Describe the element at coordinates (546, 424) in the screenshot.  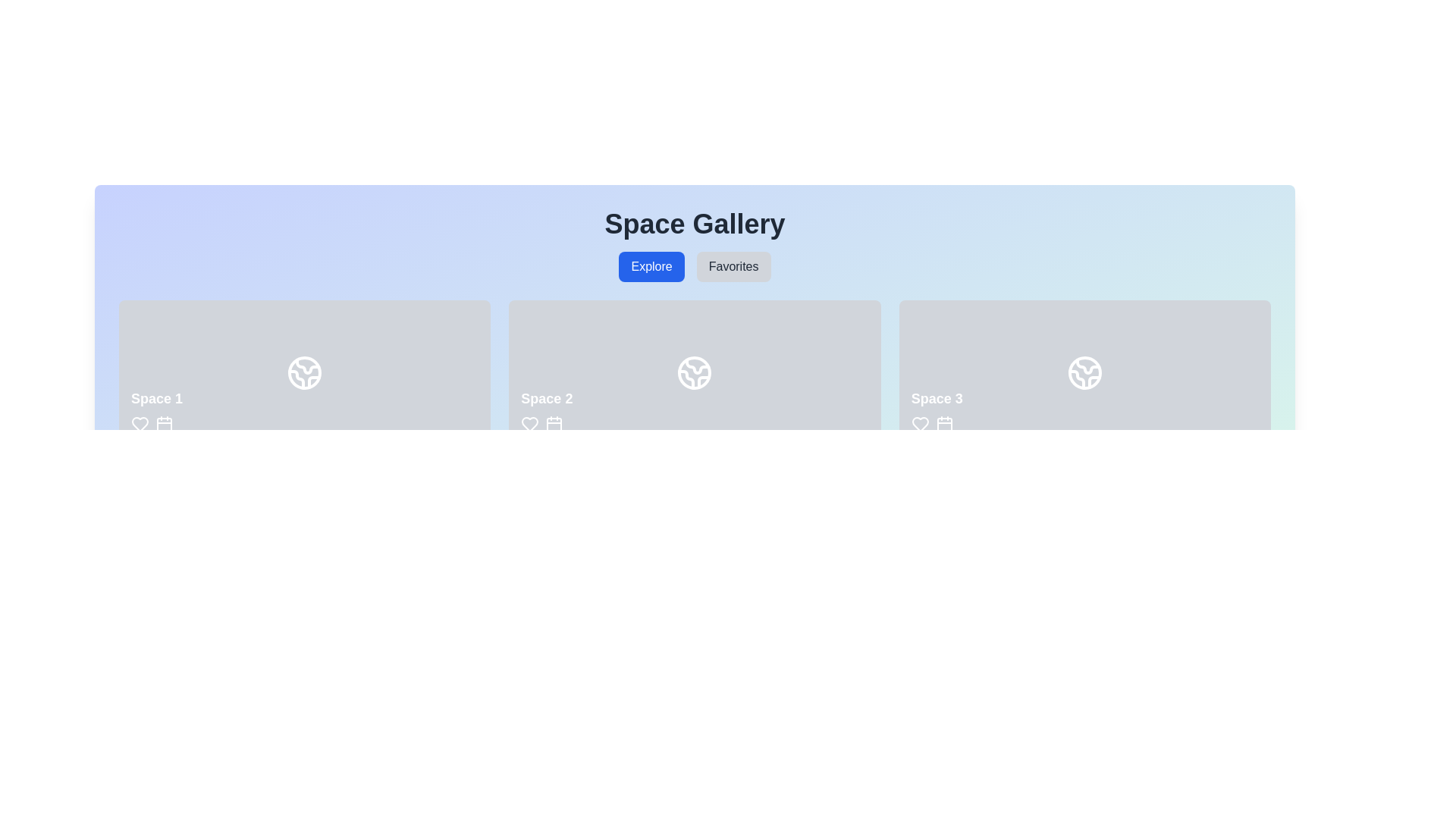
I see `the group of action icons located at the bottom-left corner of the 'Space 2' card, beneath the text 'Space 2'` at that location.